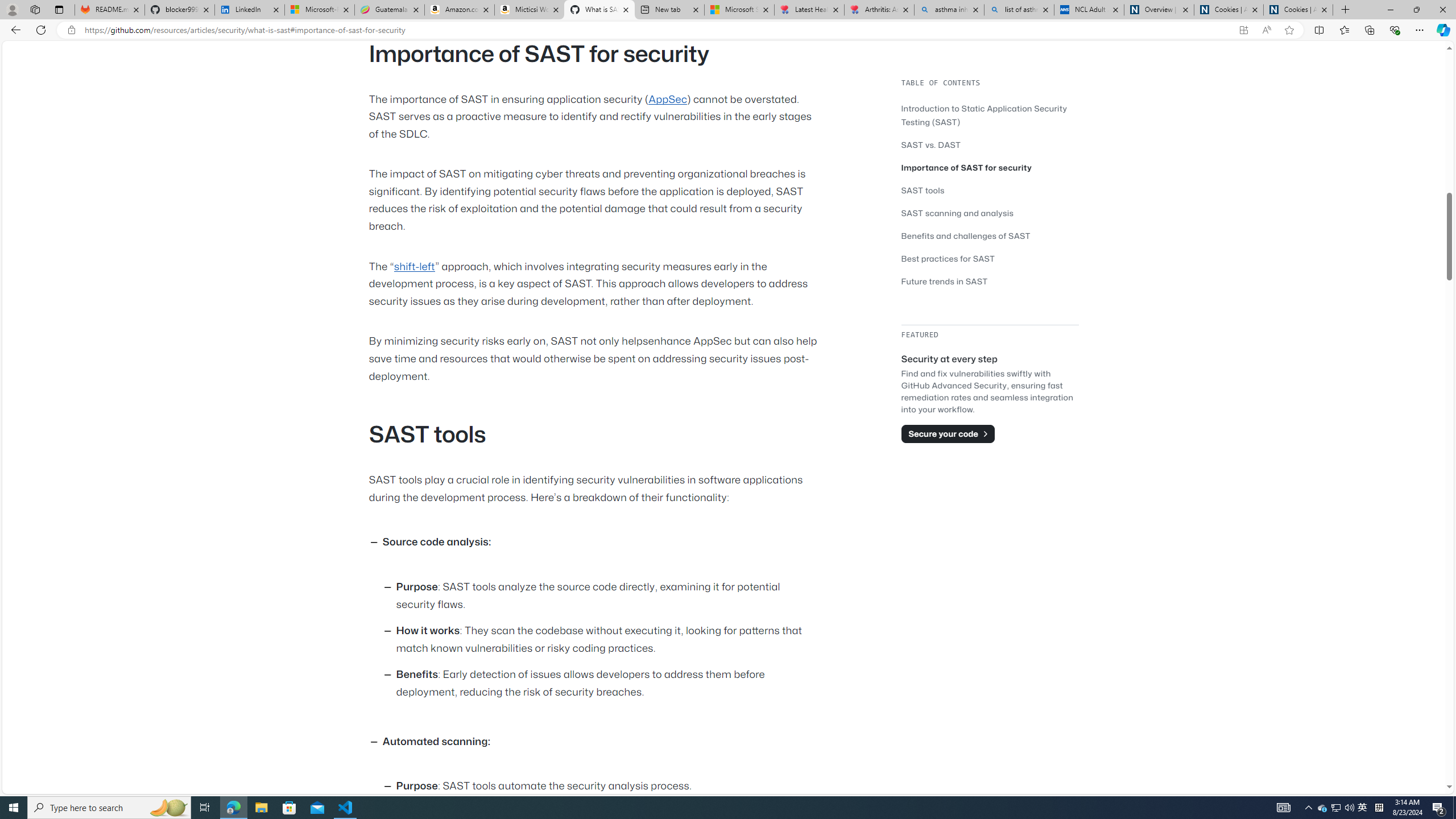 This screenshot has width=1456, height=819. I want to click on 'Benefits and challenges of SAST', so click(965, 235).